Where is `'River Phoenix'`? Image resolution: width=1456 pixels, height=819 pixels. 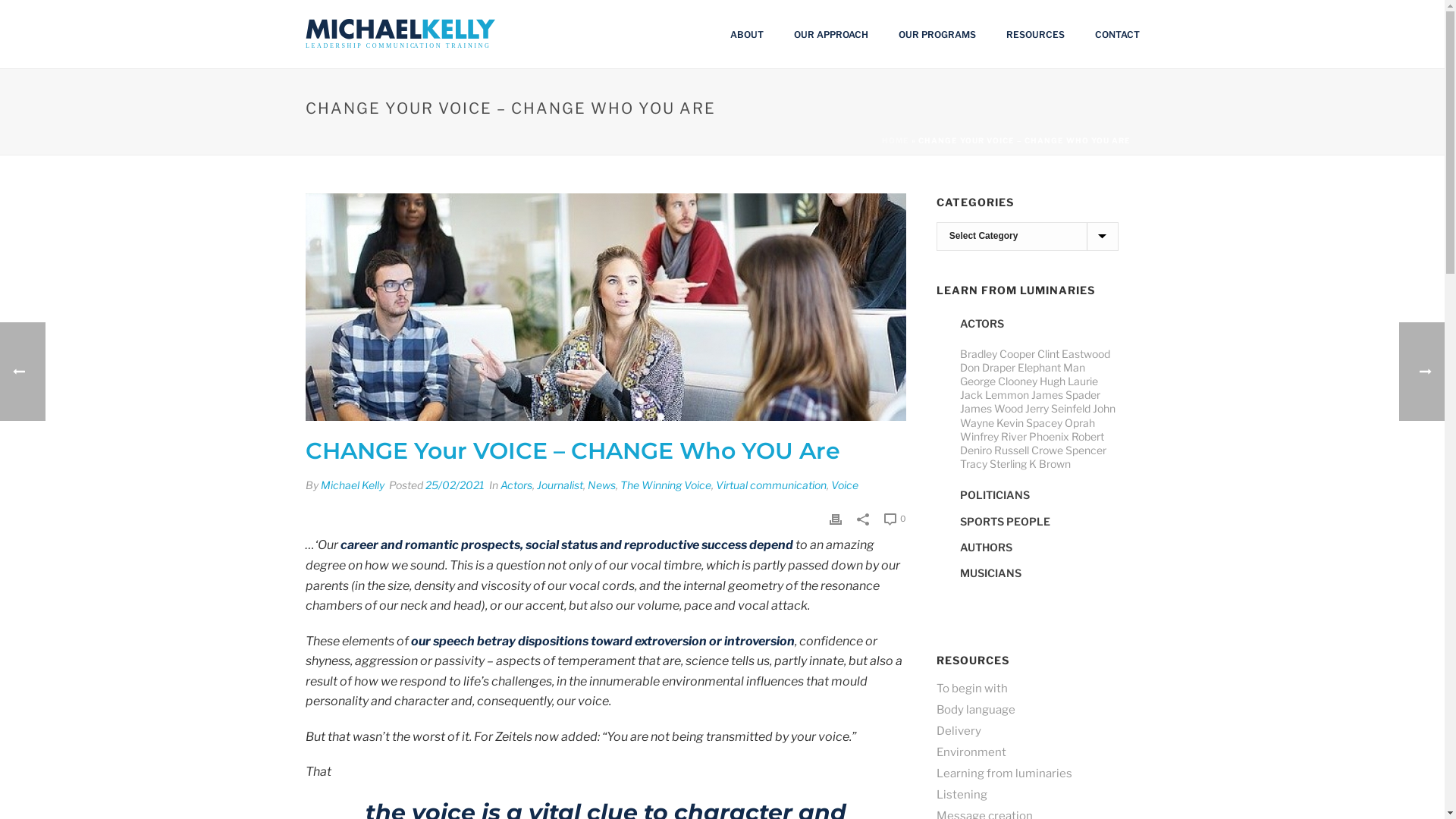
'River Phoenix' is located at coordinates (1034, 436).